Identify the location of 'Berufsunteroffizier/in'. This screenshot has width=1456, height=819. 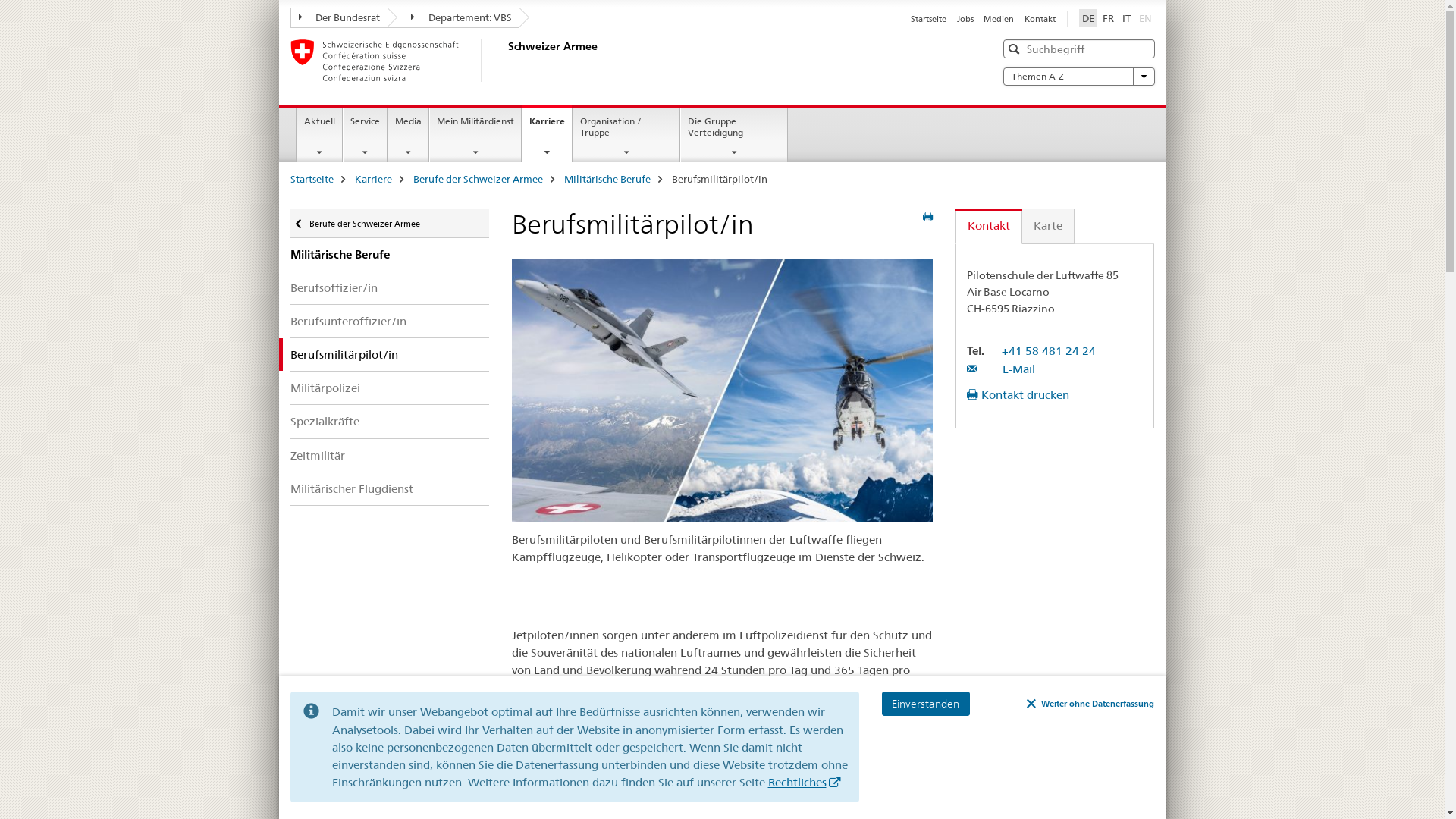
(389, 320).